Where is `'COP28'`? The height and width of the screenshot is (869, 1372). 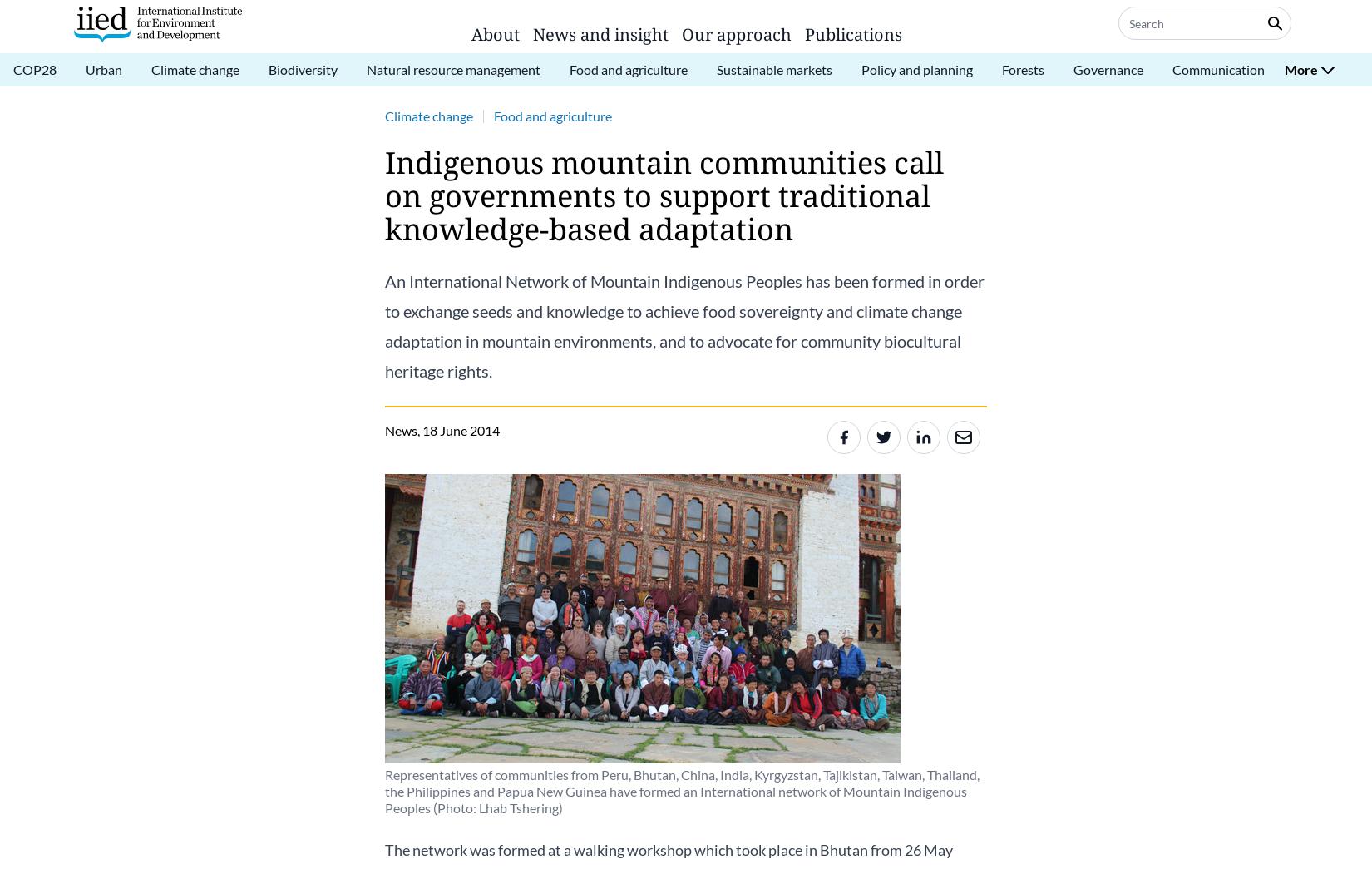
'COP28' is located at coordinates (35, 69).